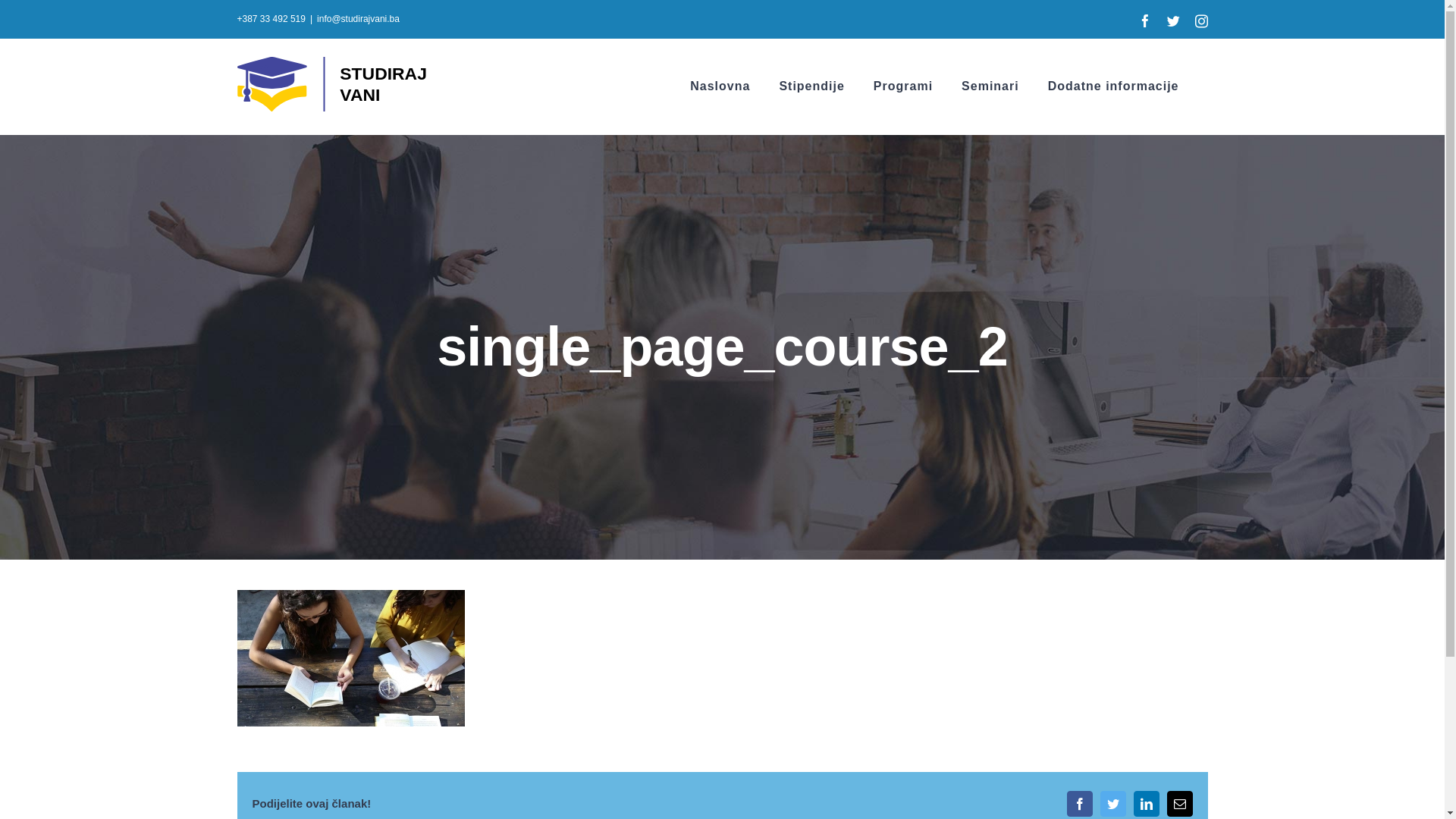 This screenshot has height=819, width=1456. What do you see at coordinates (811, 86) in the screenshot?
I see `'Stipendije'` at bounding box center [811, 86].